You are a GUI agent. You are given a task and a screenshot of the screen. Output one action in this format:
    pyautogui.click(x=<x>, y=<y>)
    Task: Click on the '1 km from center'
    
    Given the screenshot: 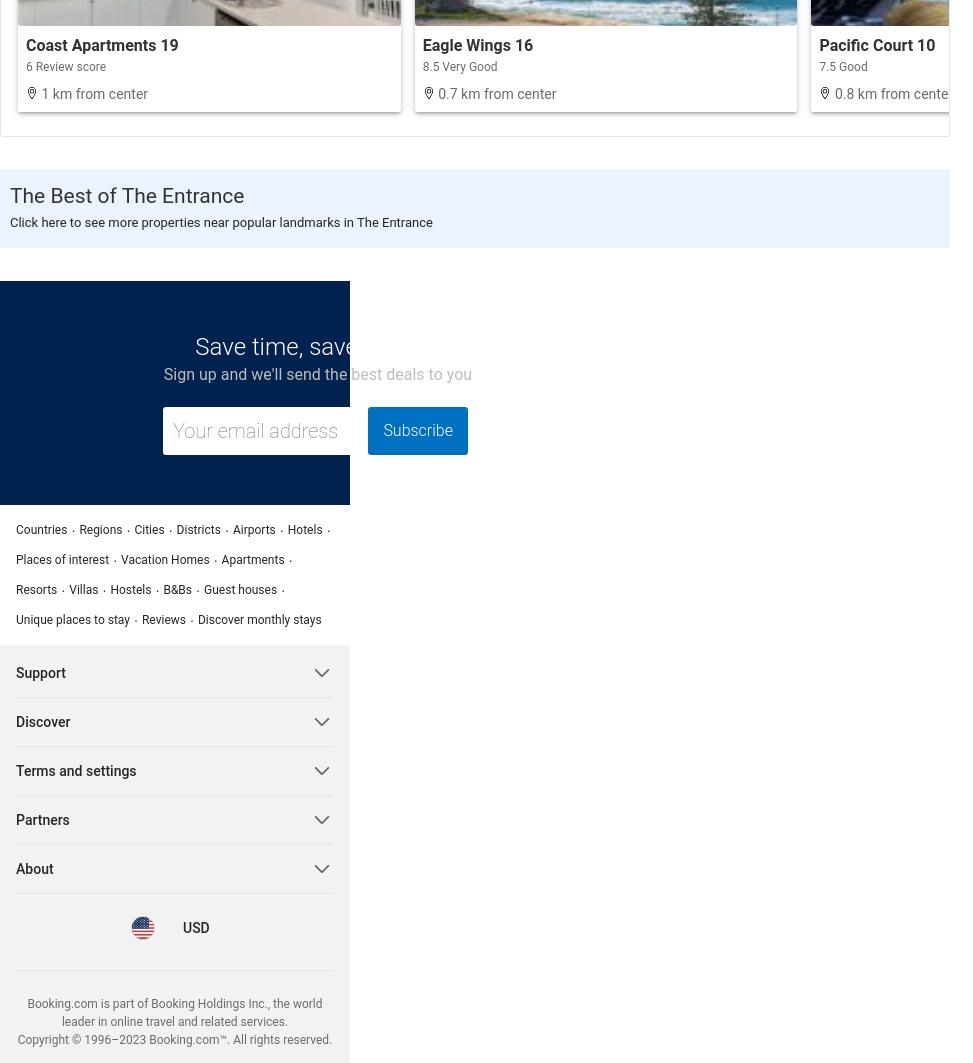 What is the action you would take?
    pyautogui.click(x=92, y=93)
    